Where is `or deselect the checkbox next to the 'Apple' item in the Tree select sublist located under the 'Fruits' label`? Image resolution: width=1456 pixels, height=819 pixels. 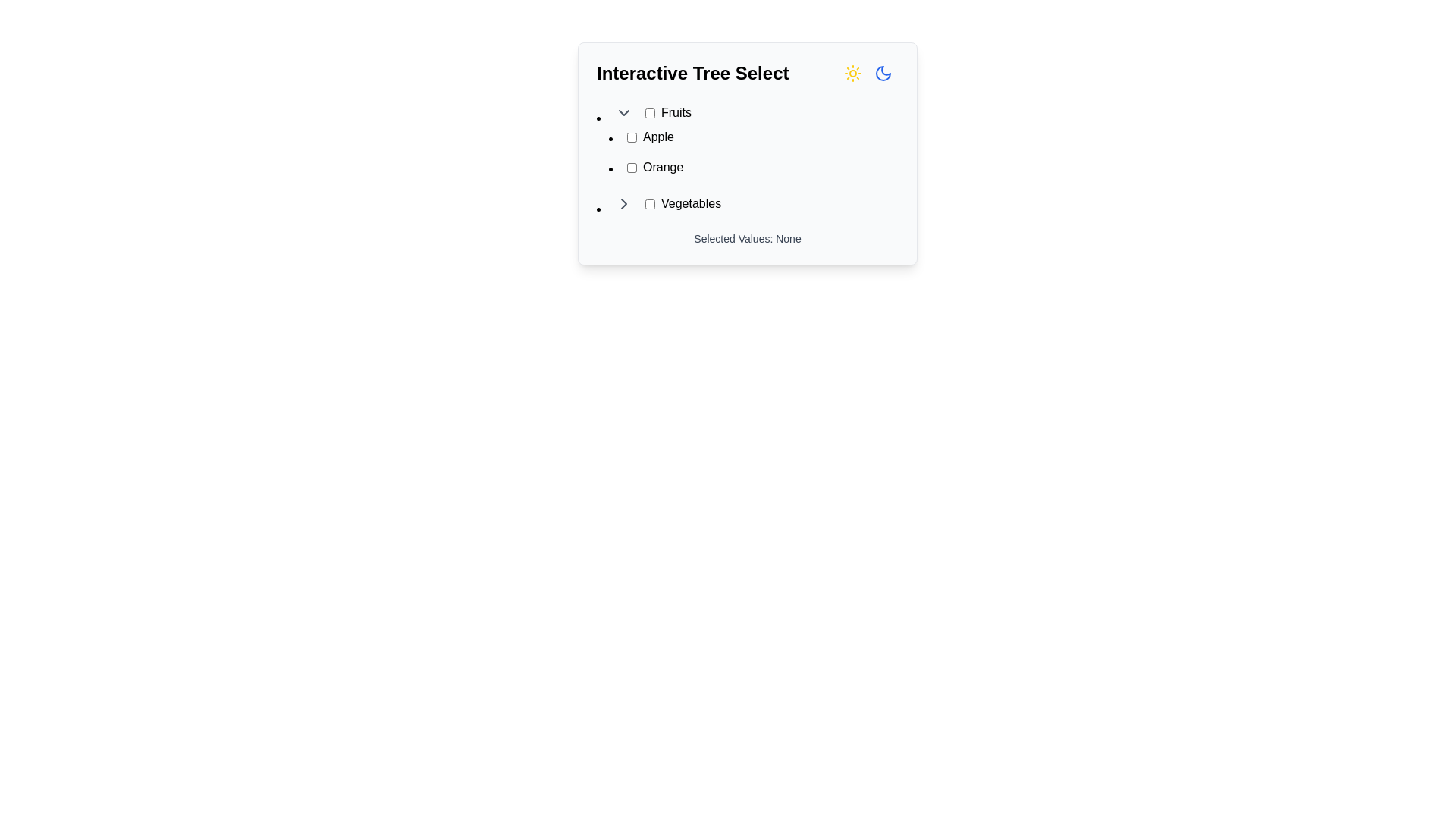 or deselect the checkbox next to the 'Apple' item in the Tree select sublist located under the 'Fruits' label is located at coordinates (747, 152).